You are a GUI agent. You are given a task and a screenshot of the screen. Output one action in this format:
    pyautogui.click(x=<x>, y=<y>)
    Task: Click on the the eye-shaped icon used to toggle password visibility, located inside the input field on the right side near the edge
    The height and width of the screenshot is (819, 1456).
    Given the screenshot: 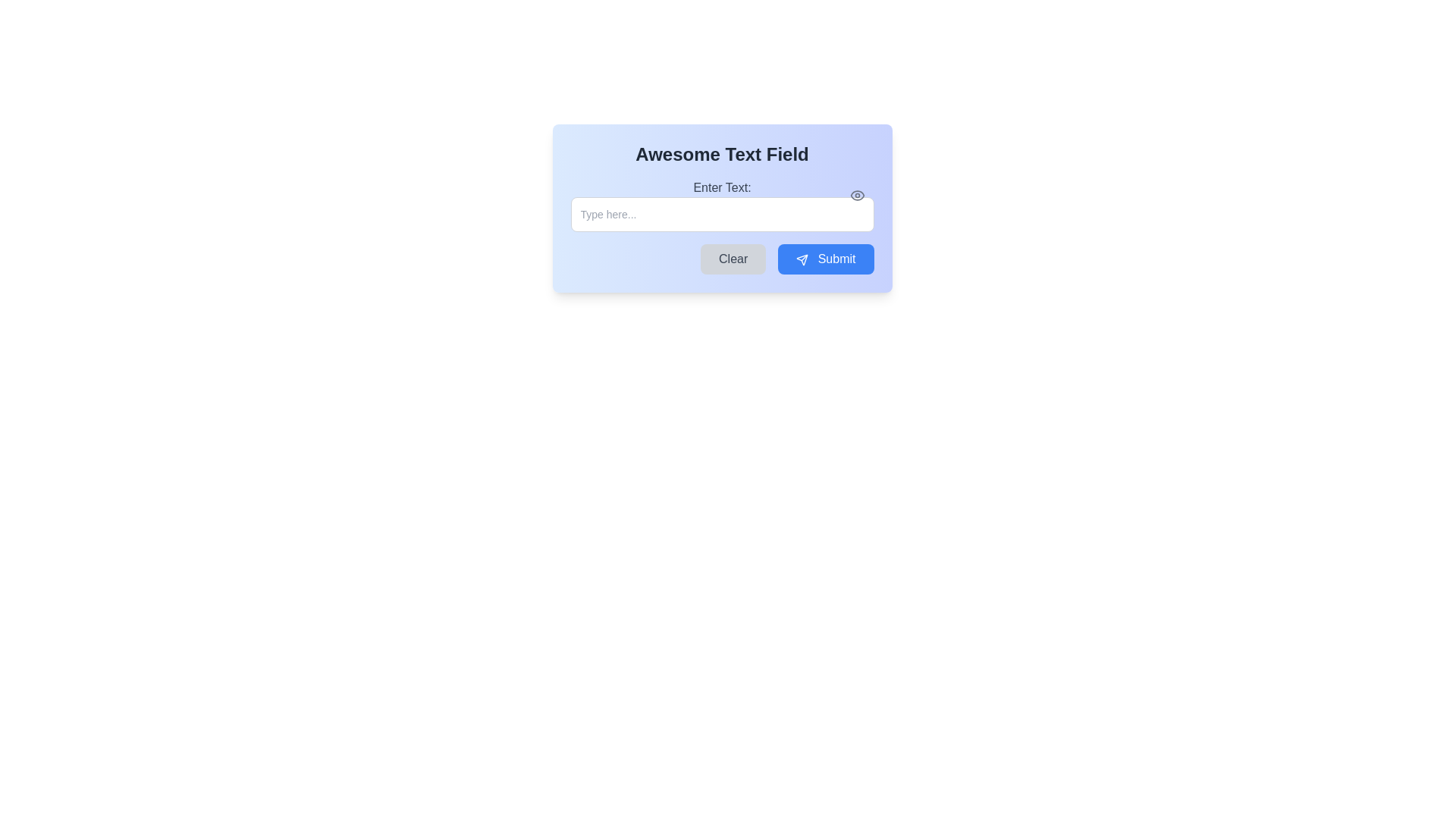 What is the action you would take?
    pyautogui.click(x=857, y=195)
    